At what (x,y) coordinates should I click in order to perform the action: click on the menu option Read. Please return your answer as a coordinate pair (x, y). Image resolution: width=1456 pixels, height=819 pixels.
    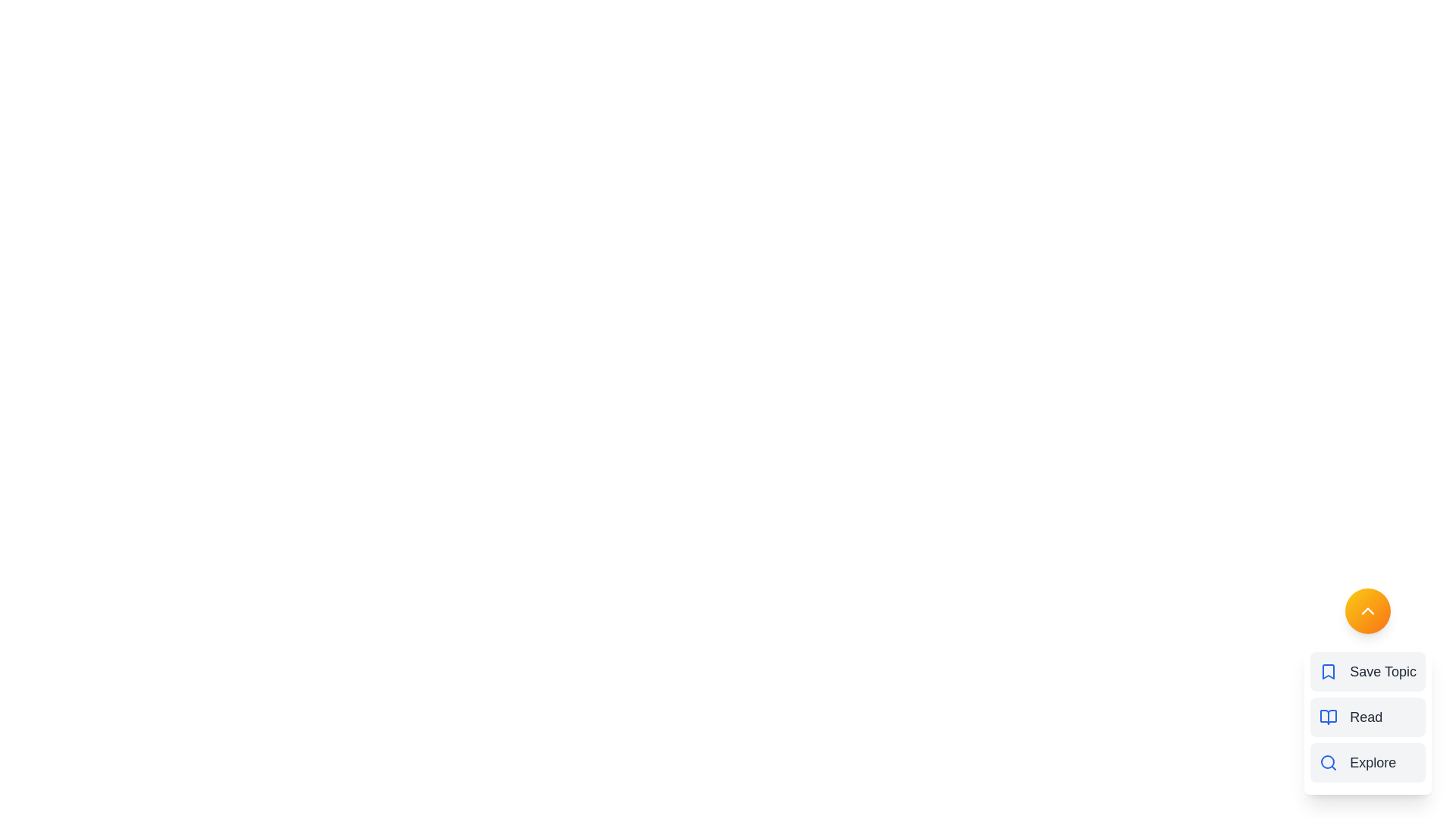
    Looking at the image, I should click on (1368, 717).